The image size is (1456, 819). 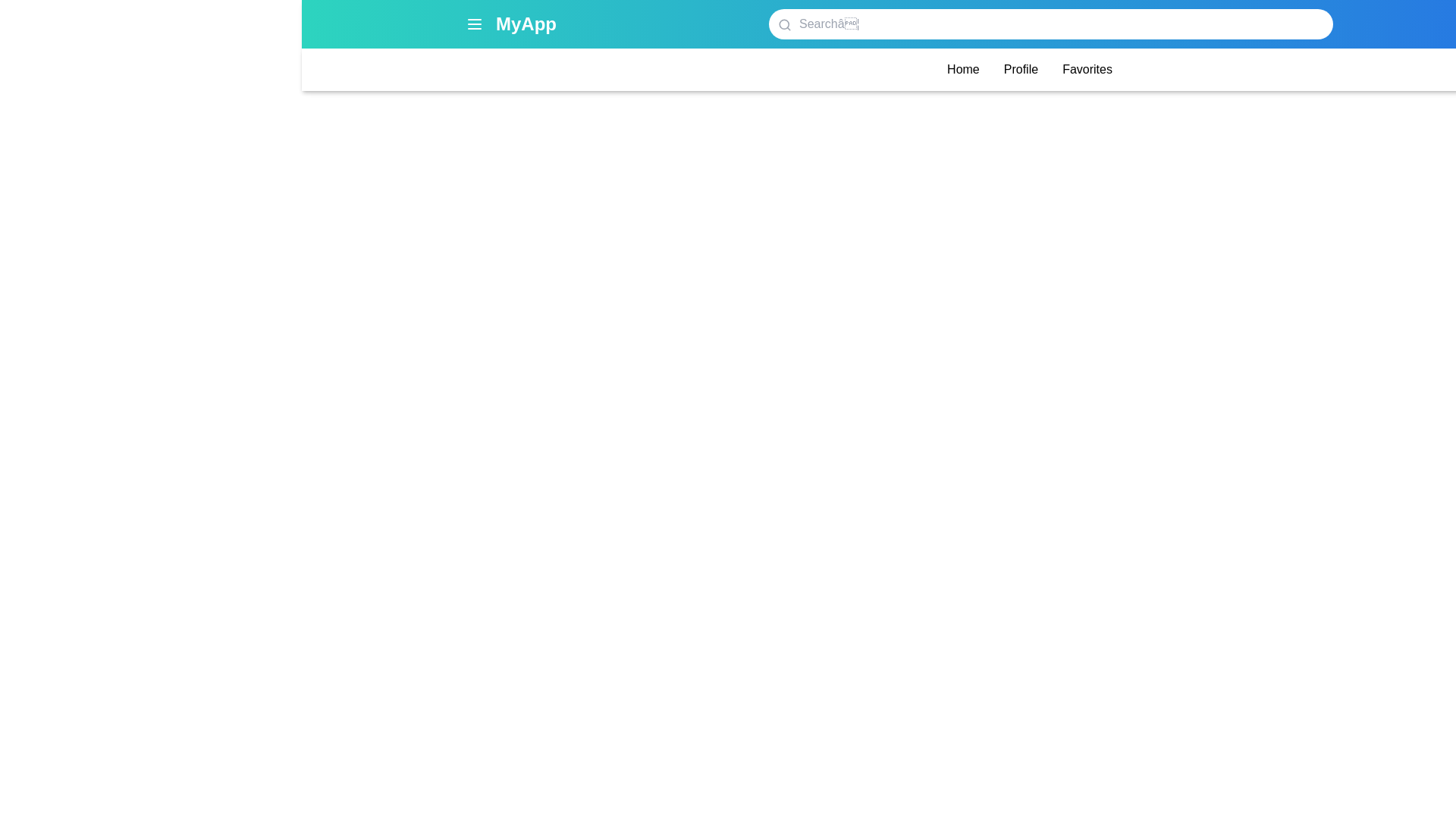 What do you see at coordinates (473, 24) in the screenshot?
I see `menu icon to toggle the menu visibility` at bounding box center [473, 24].